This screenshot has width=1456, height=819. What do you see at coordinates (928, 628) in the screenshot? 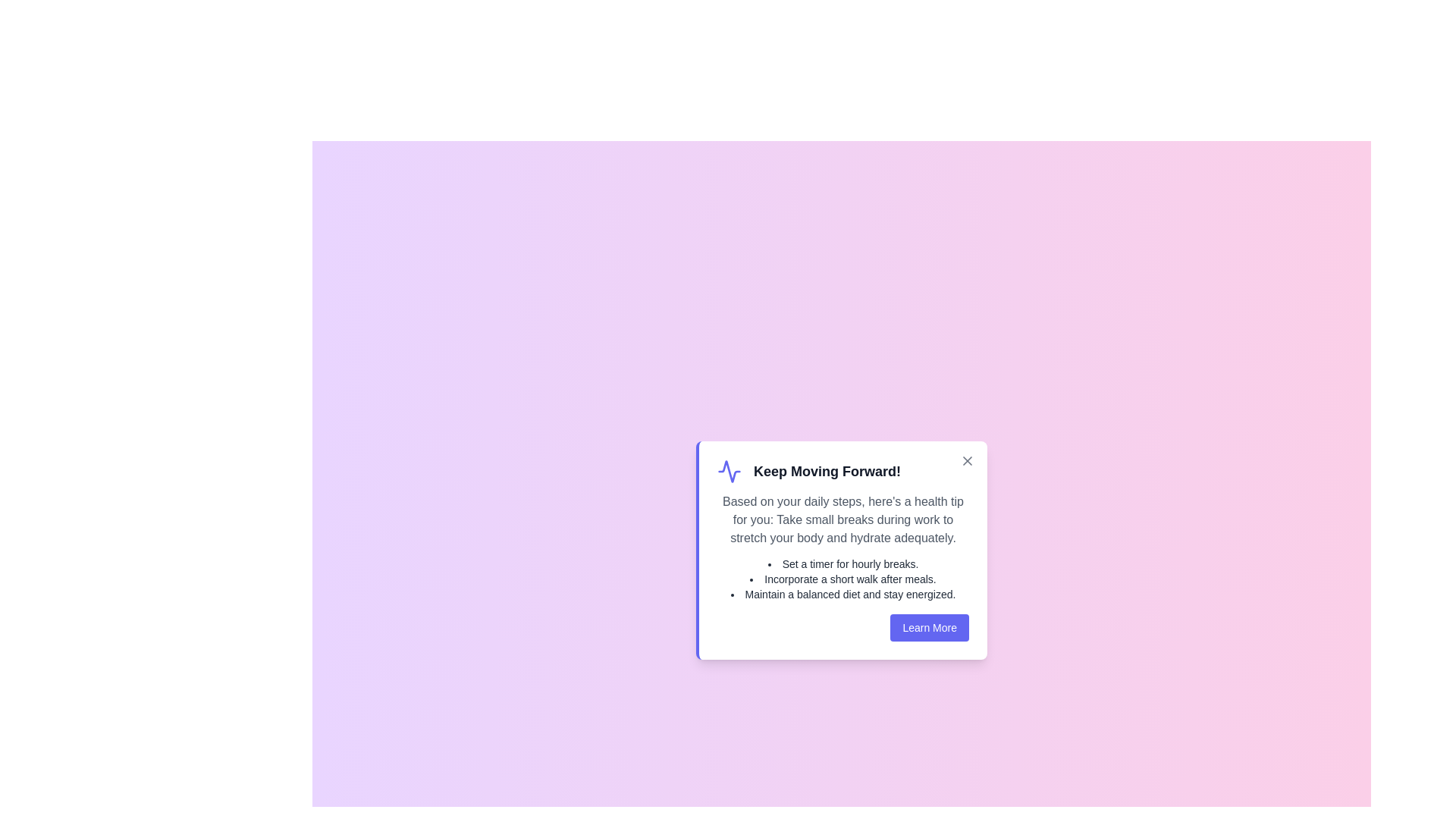
I see `'Learn More' button to explore additional information` at bounding box center [928, 628].